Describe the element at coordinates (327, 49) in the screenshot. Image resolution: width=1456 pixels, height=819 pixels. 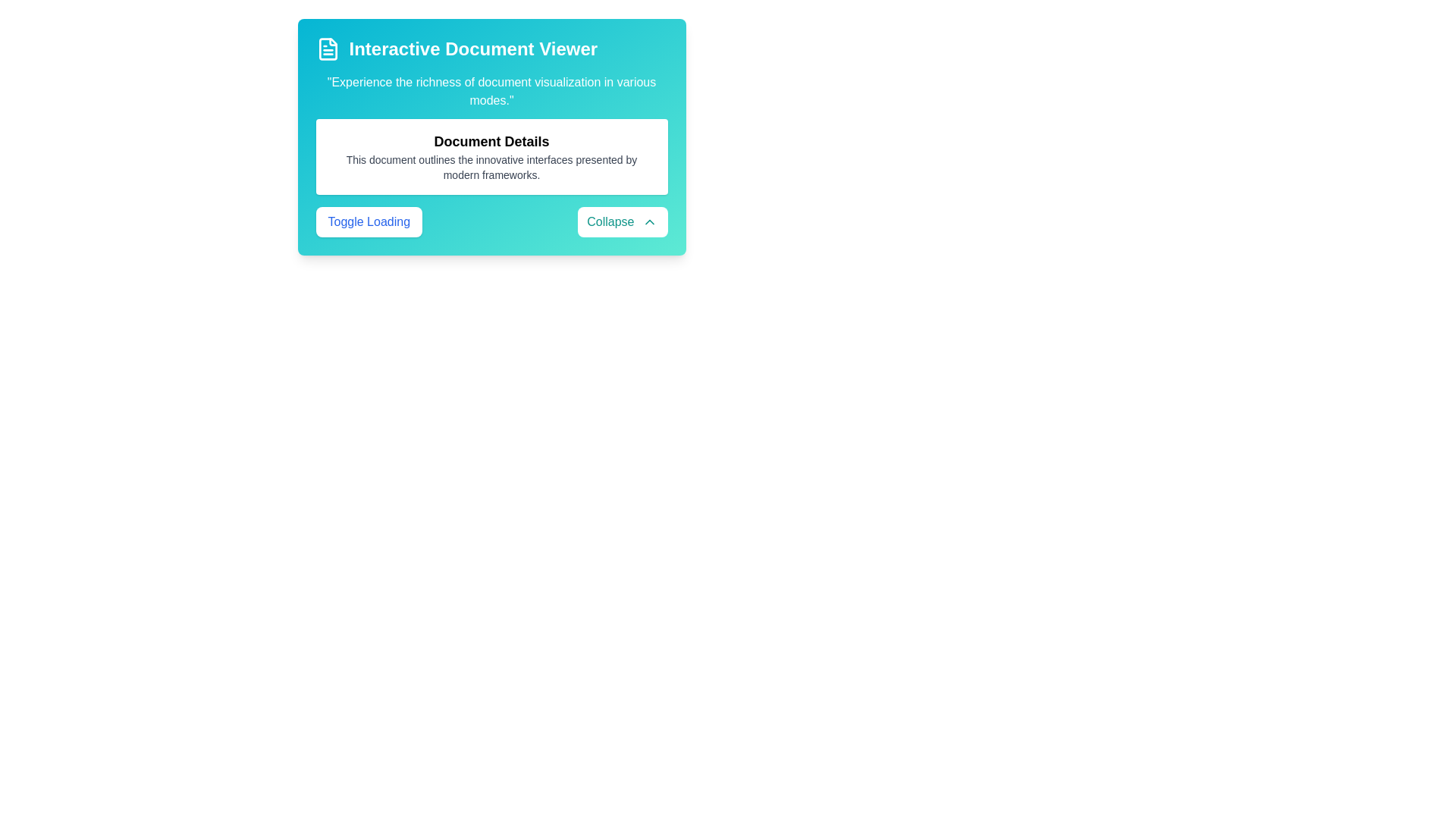
I see `the icon located to the immediate left of the 'Interactive Document Viewer' title in the top section of the card` at that location.